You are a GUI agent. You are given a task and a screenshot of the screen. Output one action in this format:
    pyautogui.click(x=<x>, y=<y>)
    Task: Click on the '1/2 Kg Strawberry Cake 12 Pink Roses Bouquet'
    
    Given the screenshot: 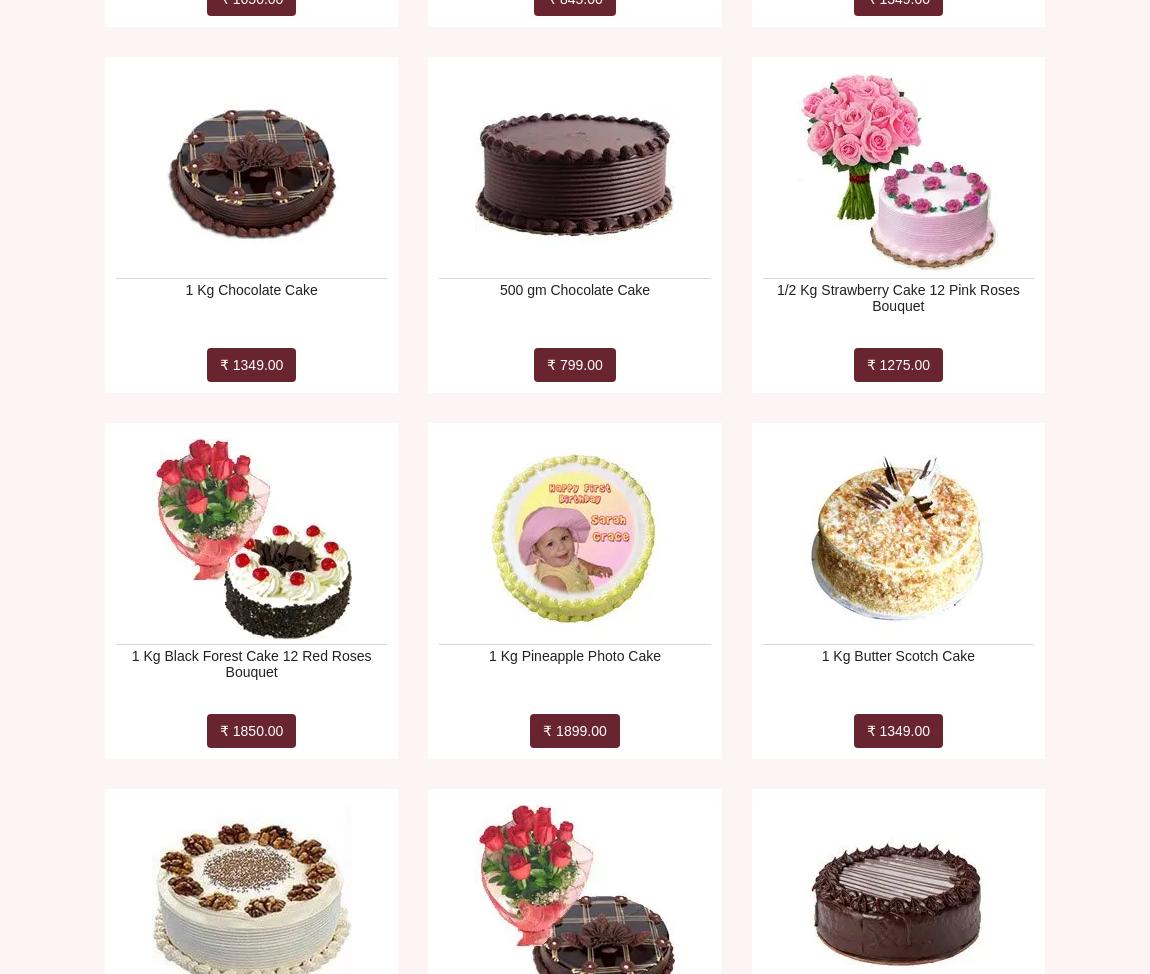 What is the action you would take?
    pyautogui.click(x=897, y=297)
    